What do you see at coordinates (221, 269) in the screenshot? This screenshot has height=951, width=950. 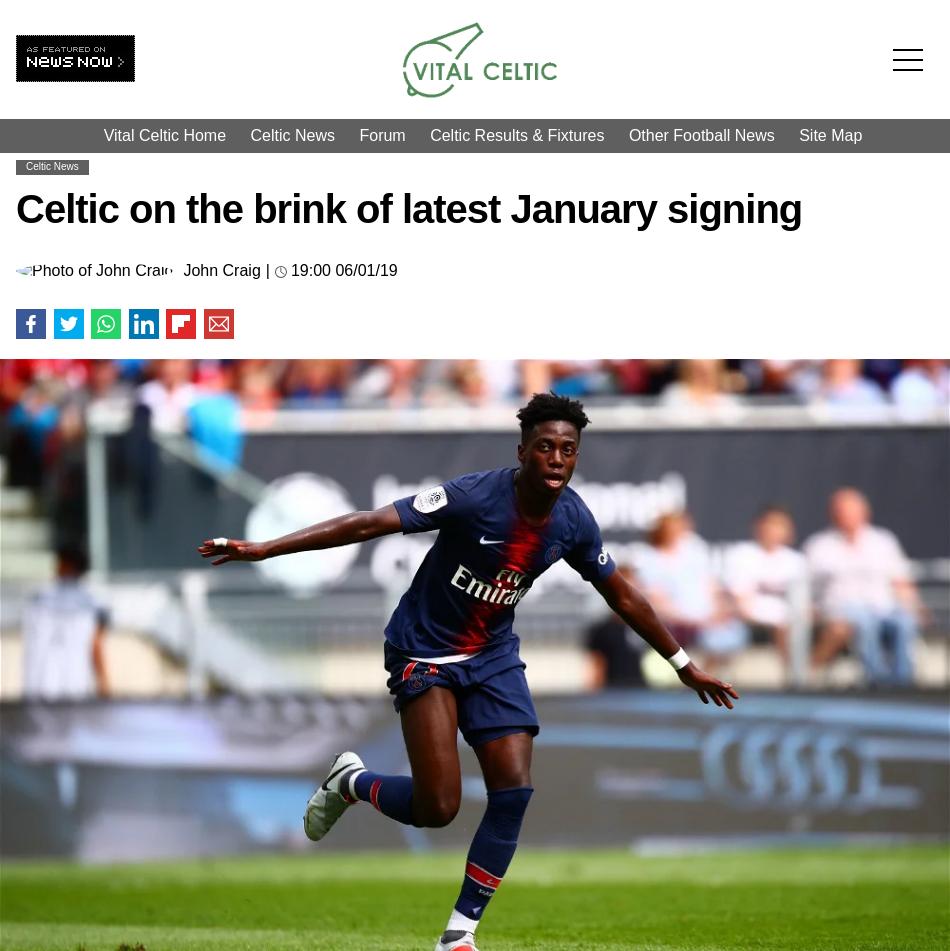 I see `'John Craig'` at bounding box center [221, 269].